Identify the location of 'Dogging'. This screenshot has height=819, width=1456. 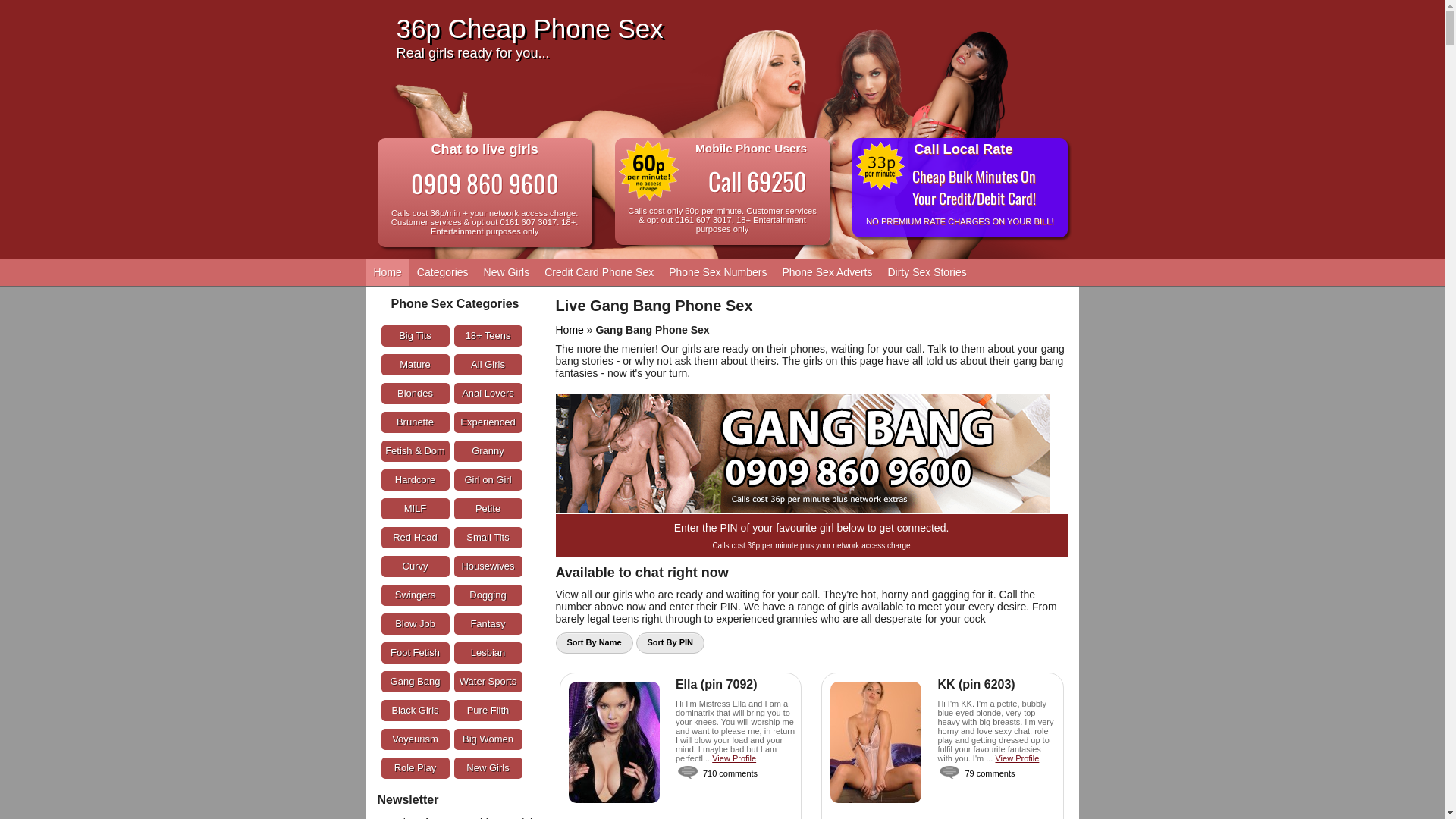
(488, 595).